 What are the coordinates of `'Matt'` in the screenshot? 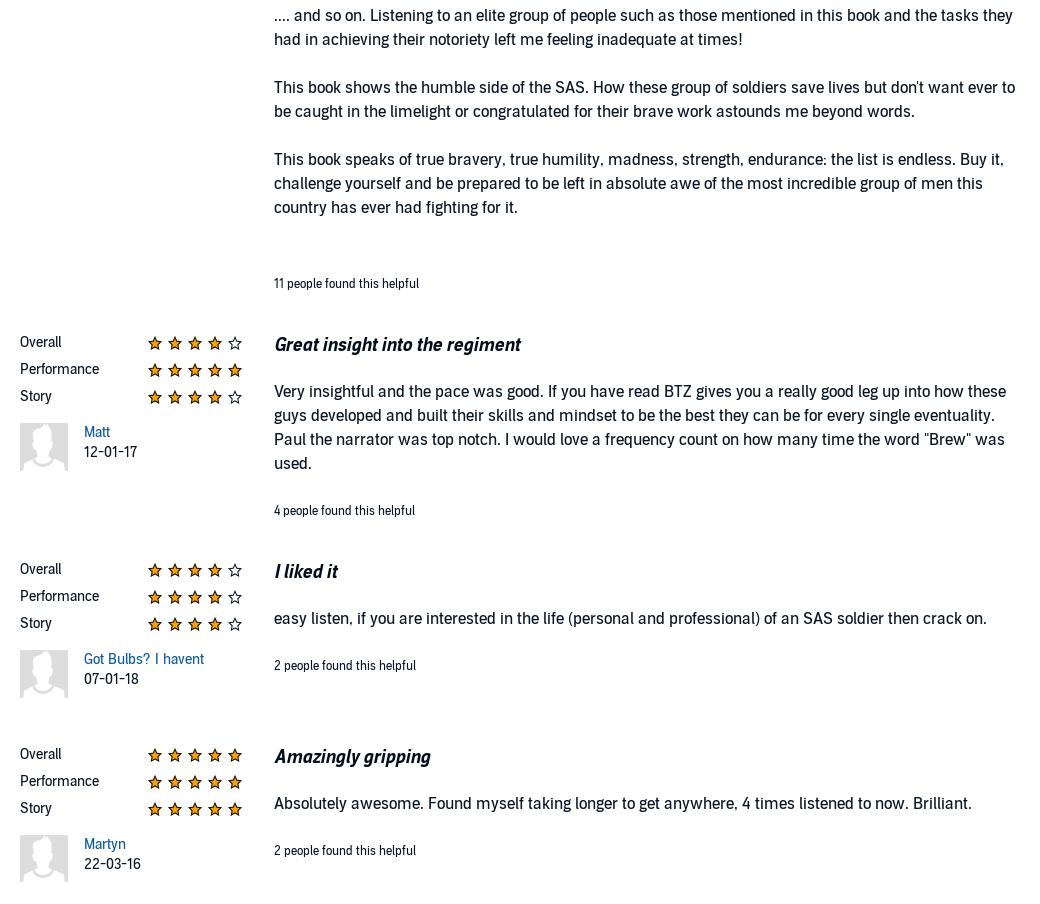 It's located at (94, 432).